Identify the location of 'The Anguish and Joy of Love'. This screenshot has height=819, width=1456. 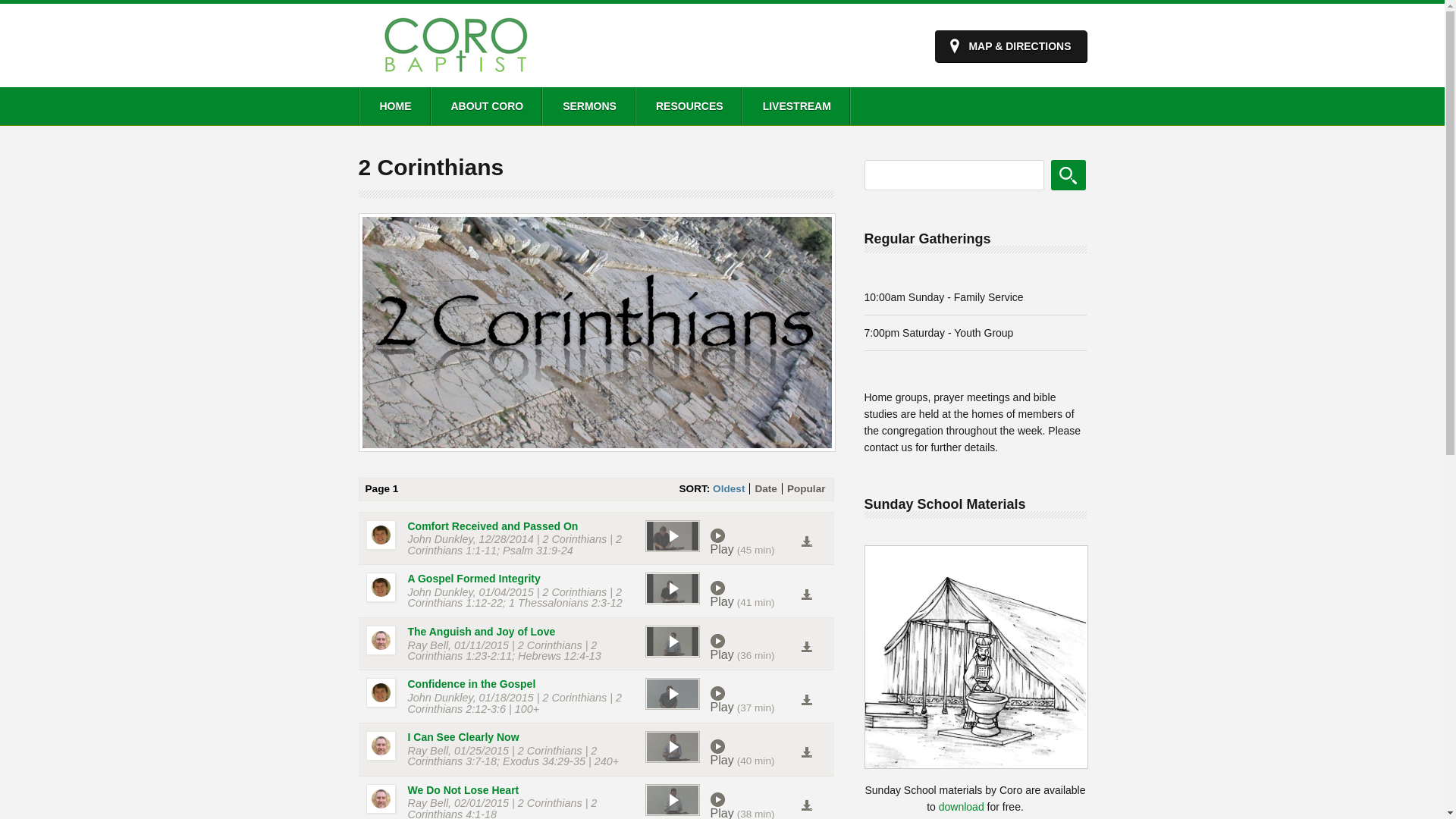
(481, 632).